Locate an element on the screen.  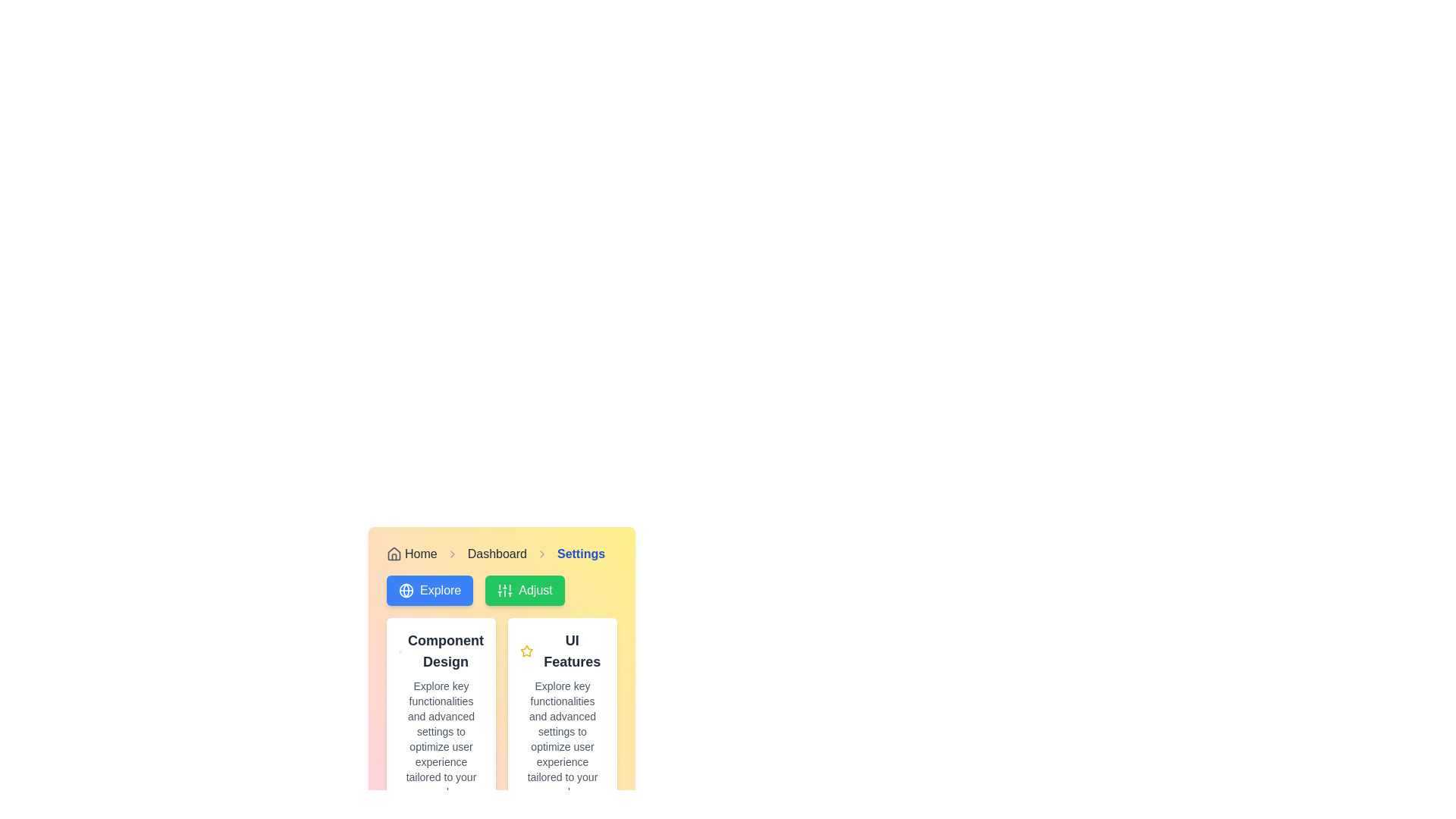
the details of the 'Explore' icon located inside the blue button on the left side of the top bar is located at coordinates (406, 590).